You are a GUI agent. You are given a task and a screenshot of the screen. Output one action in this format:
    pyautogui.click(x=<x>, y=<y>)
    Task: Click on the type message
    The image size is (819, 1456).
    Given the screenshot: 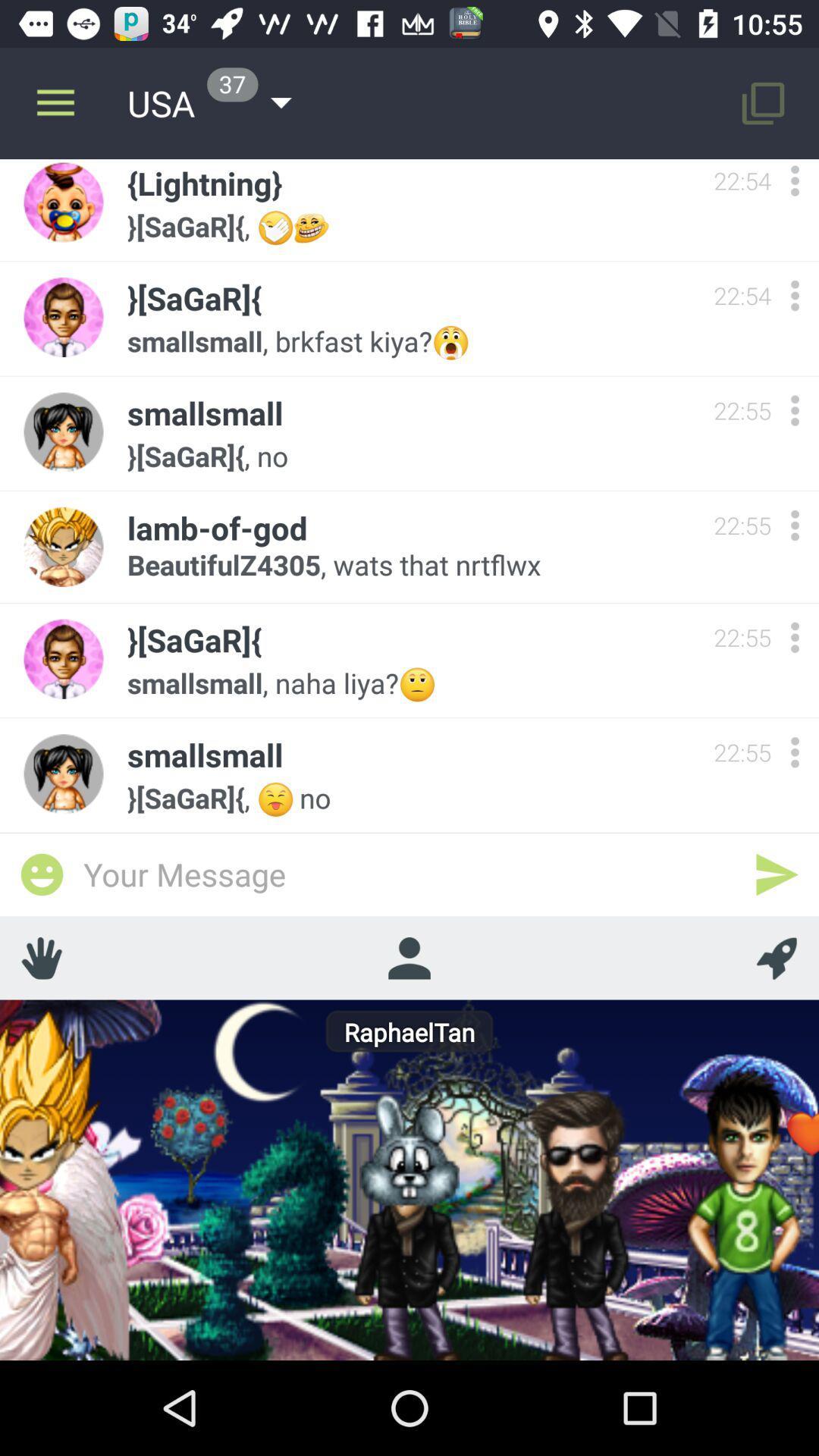 What is the action you would take?
    pyautogui.click(x=409, y=874)
    